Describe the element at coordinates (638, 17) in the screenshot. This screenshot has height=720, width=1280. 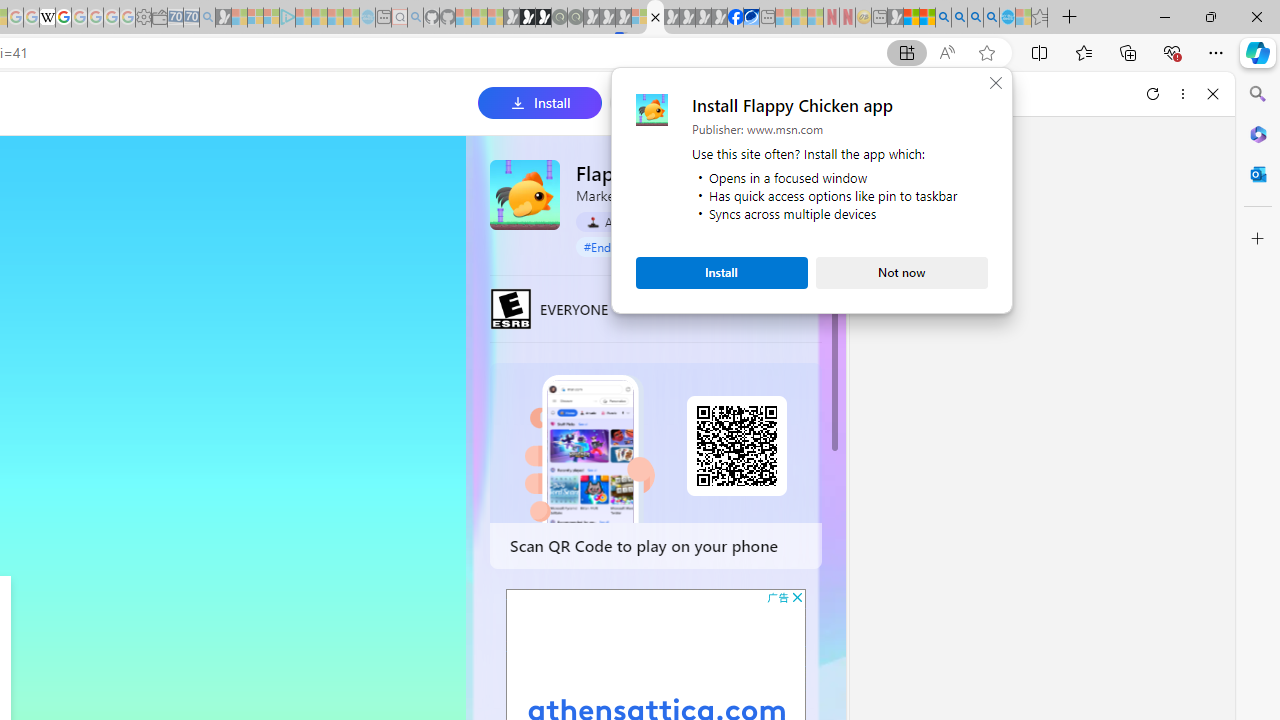
I see `'Sign in to your account - Sleeping'` at that location.